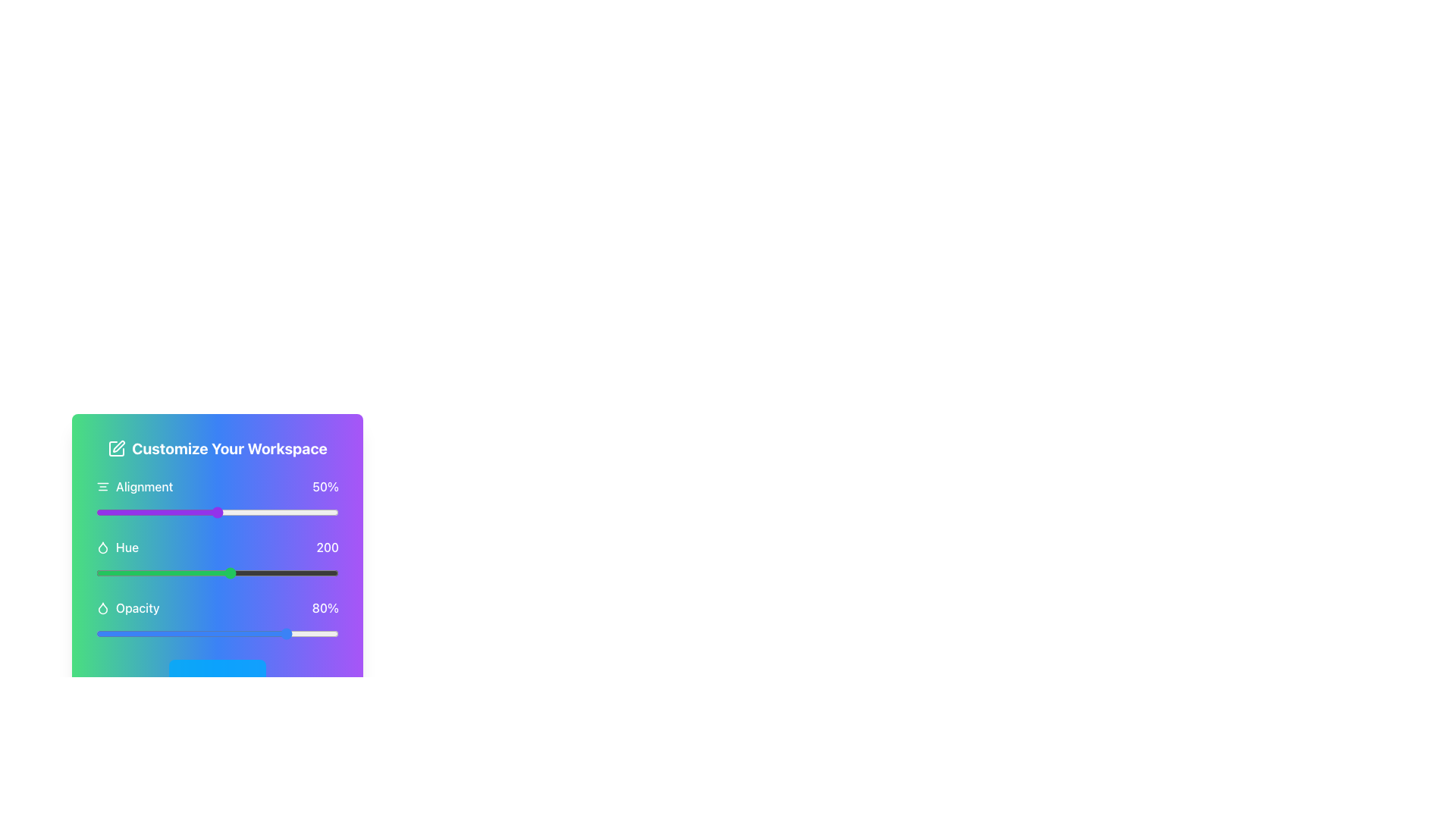 Image resolution: width=1456 pixels, height=819 pixels. I want to click on the droplet-shaped SVG graphic icon located in the 'Hue' section to the left of the percentage label '200', so click(102, 547).